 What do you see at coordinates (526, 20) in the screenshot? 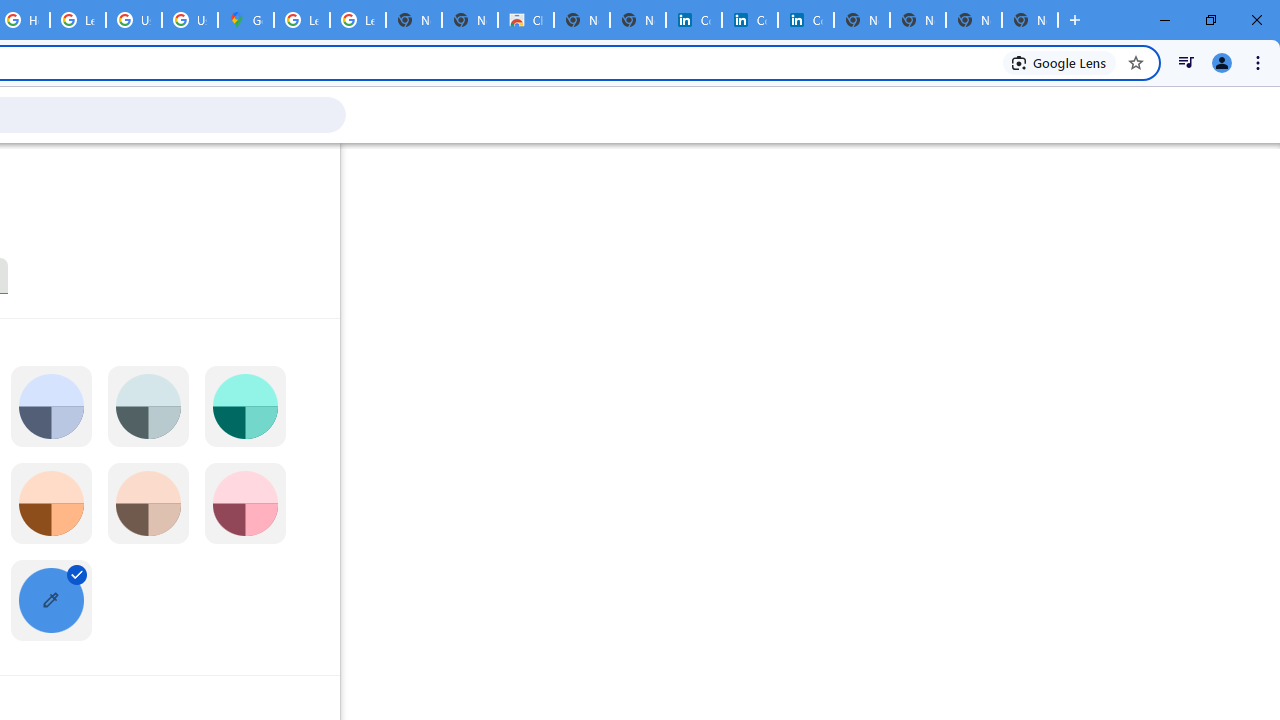
I see `'Chrome Web Store'` at bounding box center [526, 20].